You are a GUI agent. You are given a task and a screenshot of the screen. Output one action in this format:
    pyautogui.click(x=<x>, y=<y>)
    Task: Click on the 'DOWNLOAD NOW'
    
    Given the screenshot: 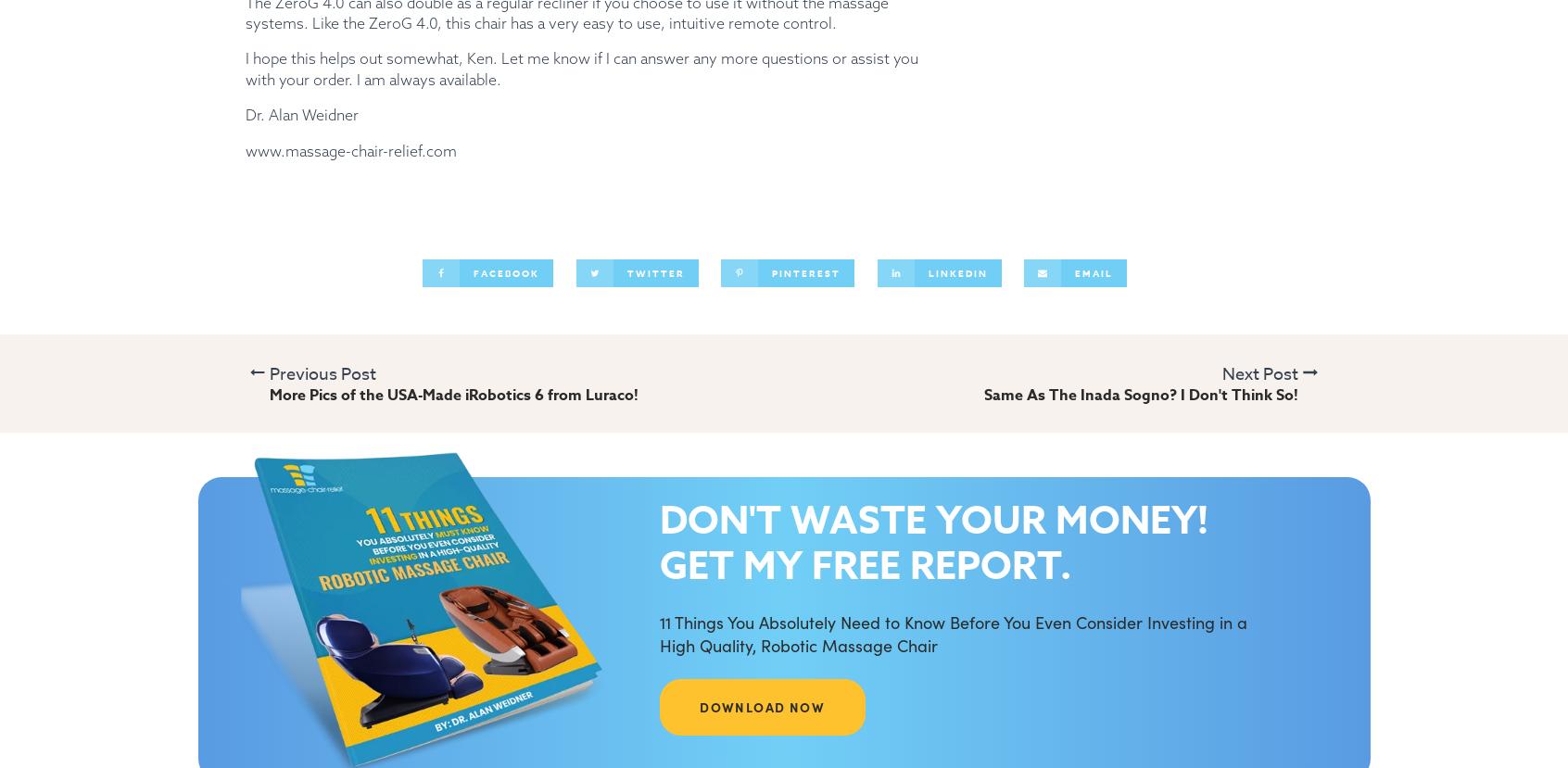 What is the action you would take?
    pyautogui.click(x=698, y=707)
    